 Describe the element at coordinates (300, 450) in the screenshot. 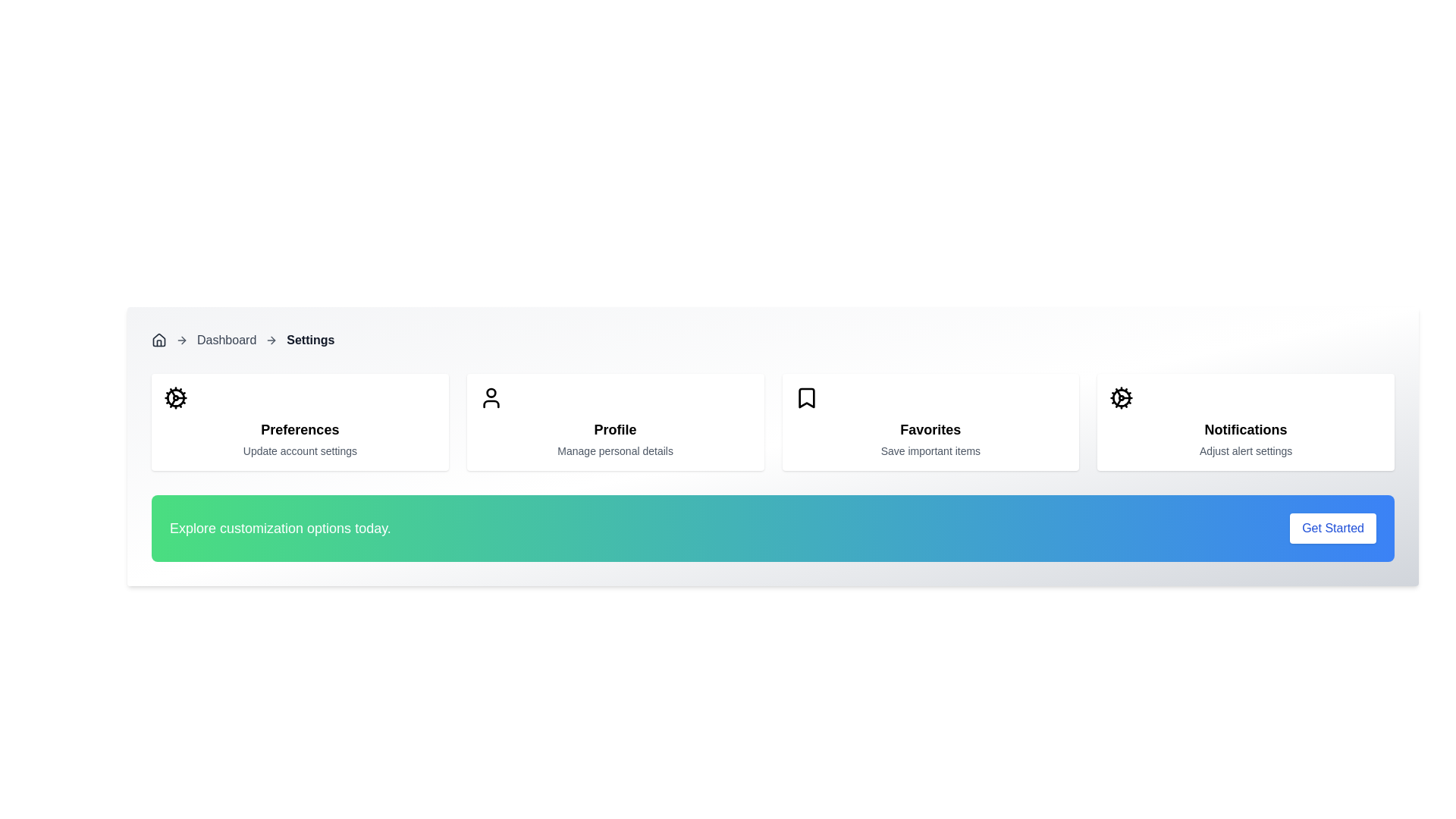

I see `the static text label providing context about the 'Preferences' section, which is located below the 'Preferences' text in the first card` at that location.